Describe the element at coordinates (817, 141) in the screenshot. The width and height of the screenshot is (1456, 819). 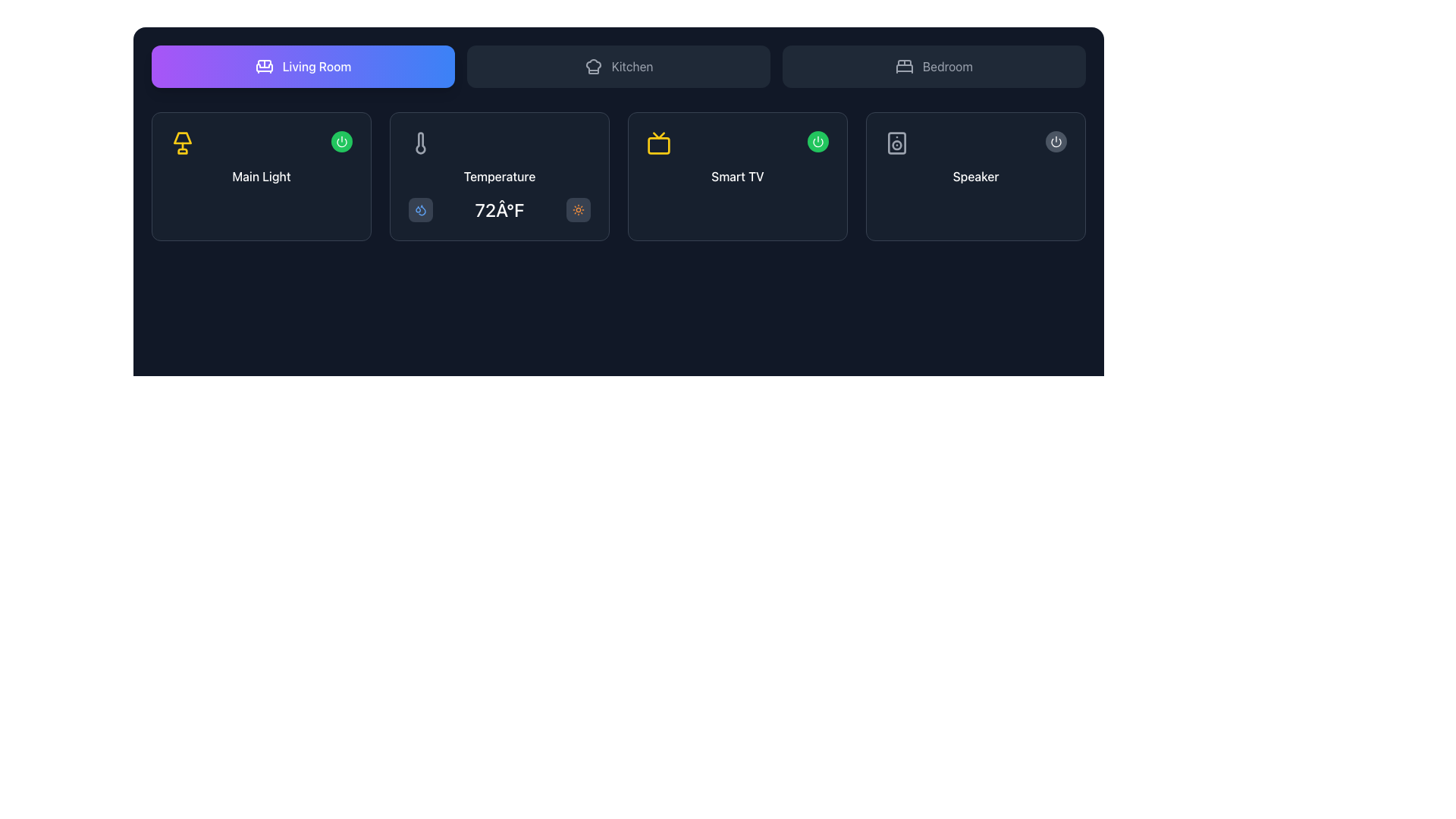
I see `the power toggle button for the 'Smart TV' feature located in the top-right corner of the widget` at that location.